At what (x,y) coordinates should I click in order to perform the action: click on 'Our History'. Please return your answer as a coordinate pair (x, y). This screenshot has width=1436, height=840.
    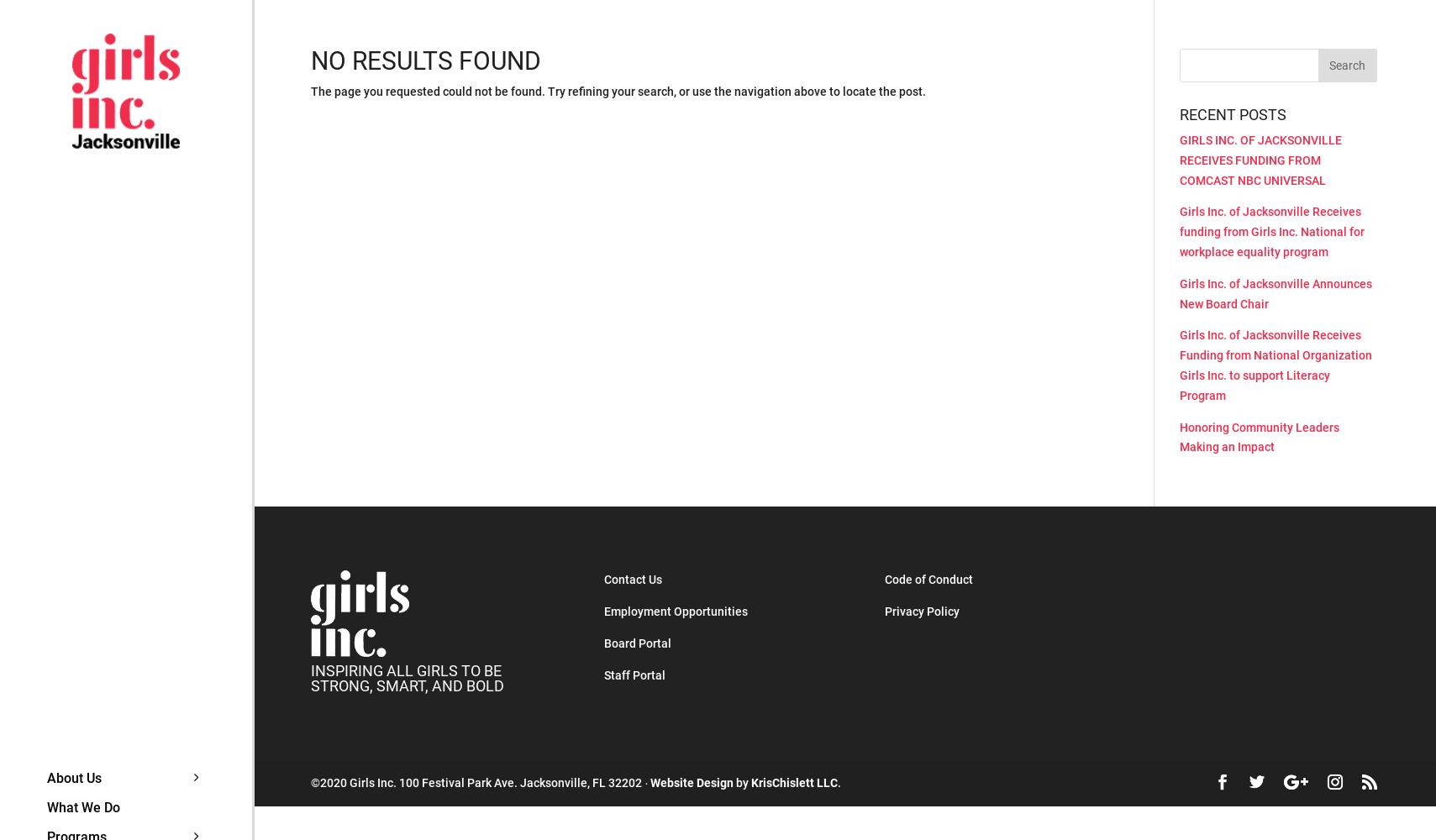
    Looking at the image, I should click on (312, 761).